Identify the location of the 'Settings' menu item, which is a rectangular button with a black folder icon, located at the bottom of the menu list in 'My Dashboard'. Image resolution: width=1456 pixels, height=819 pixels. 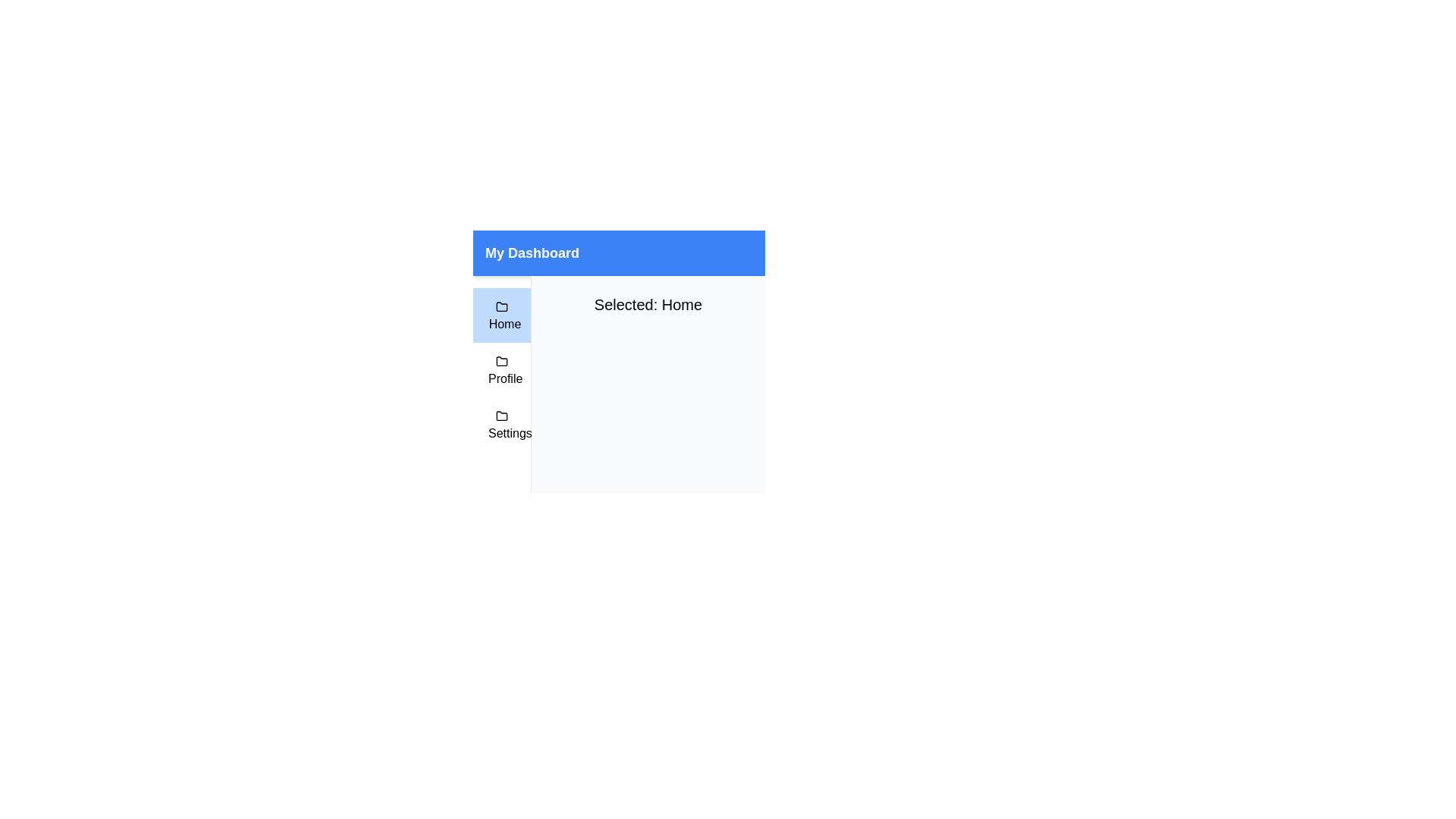
(502, 424).